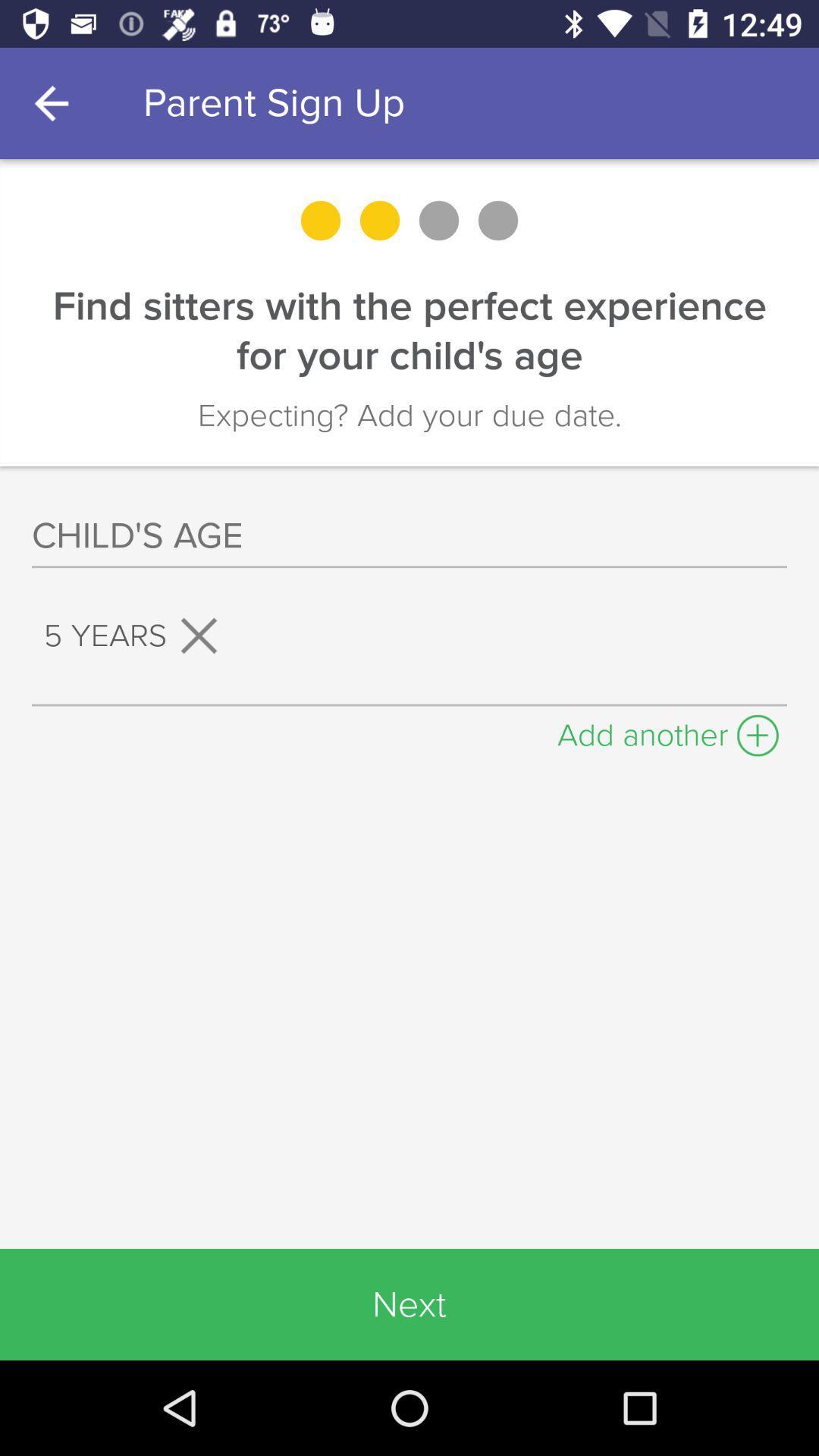  I want to click on icon above next icon, so click(667, 731).